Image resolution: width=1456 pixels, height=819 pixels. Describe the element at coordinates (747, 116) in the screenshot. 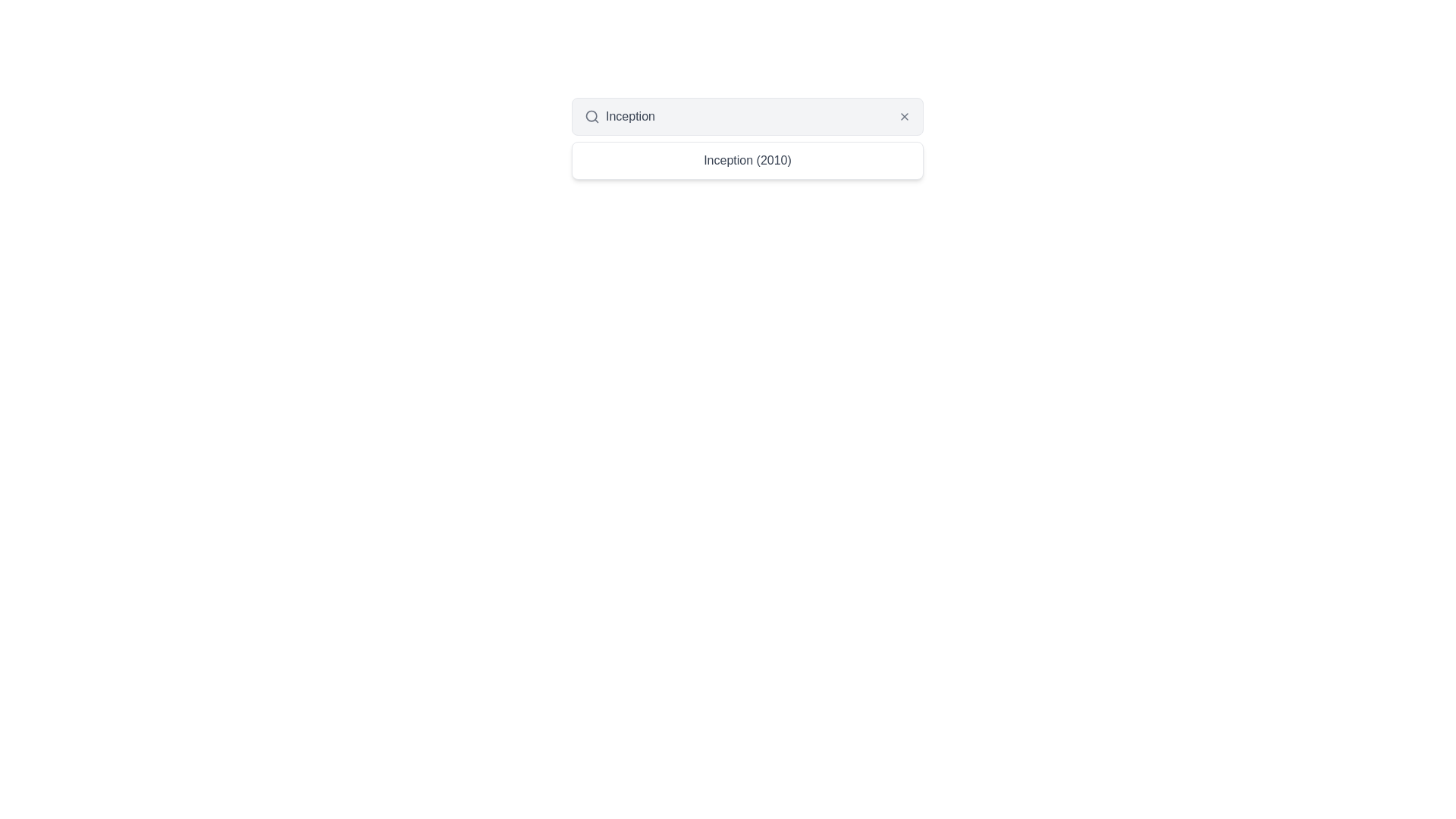

I see `the search input box located at the top-center of the interface to focus on it` at that location.